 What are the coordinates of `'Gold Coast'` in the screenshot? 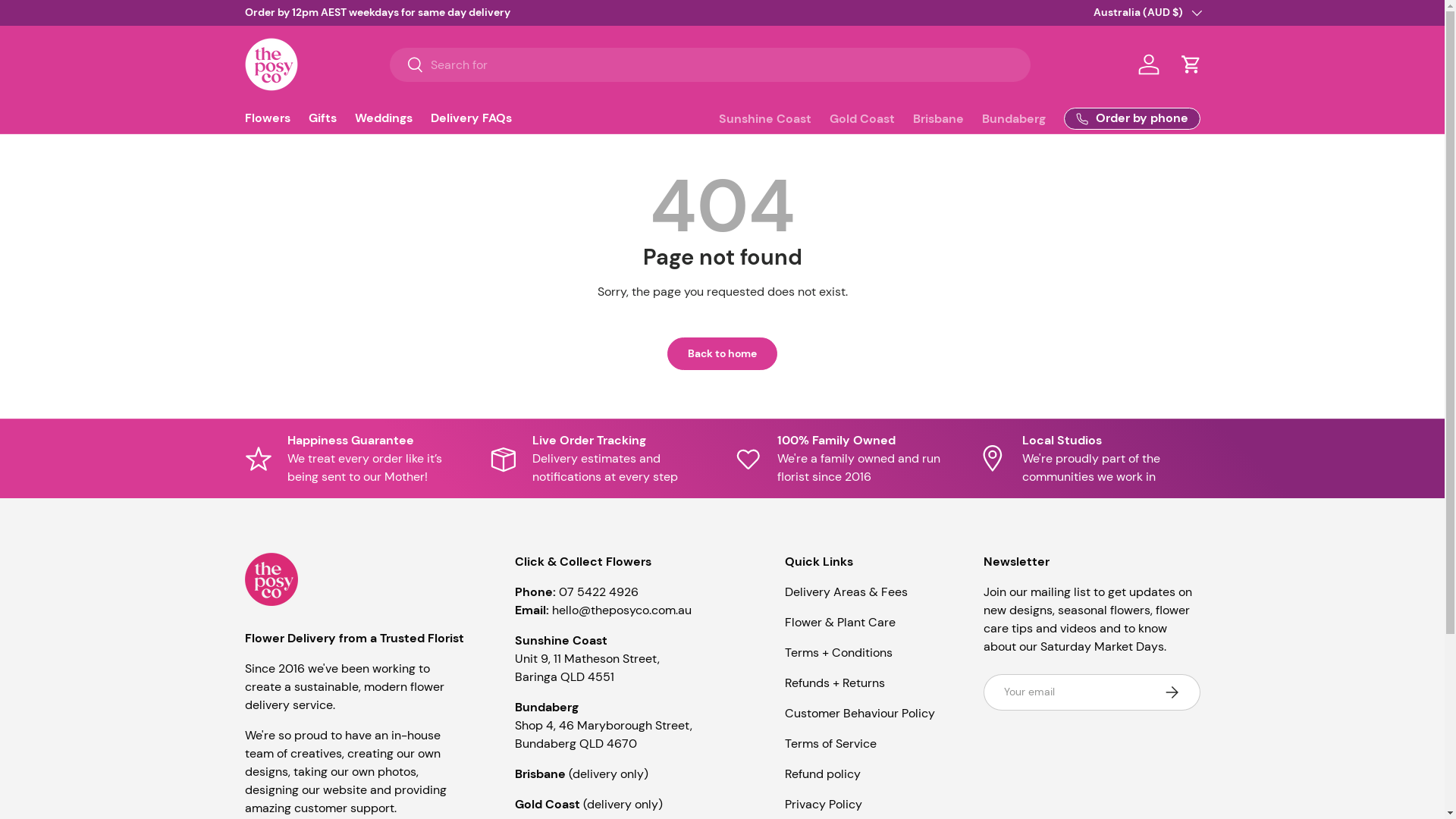 It's located at (862, 118).